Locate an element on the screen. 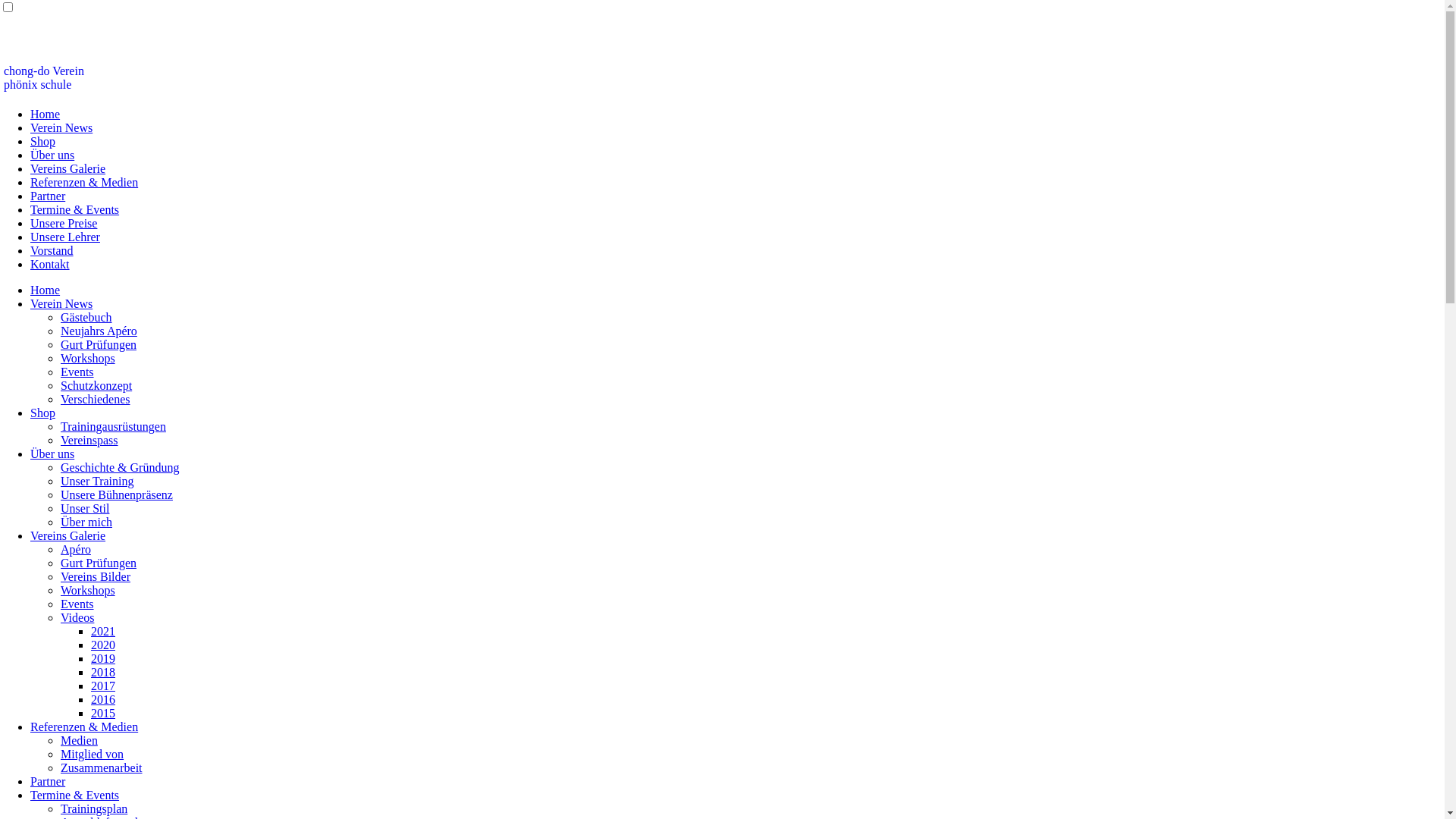 This screenshot has height=819, width=1456. 'Home' is located at coordinates (45, 113).